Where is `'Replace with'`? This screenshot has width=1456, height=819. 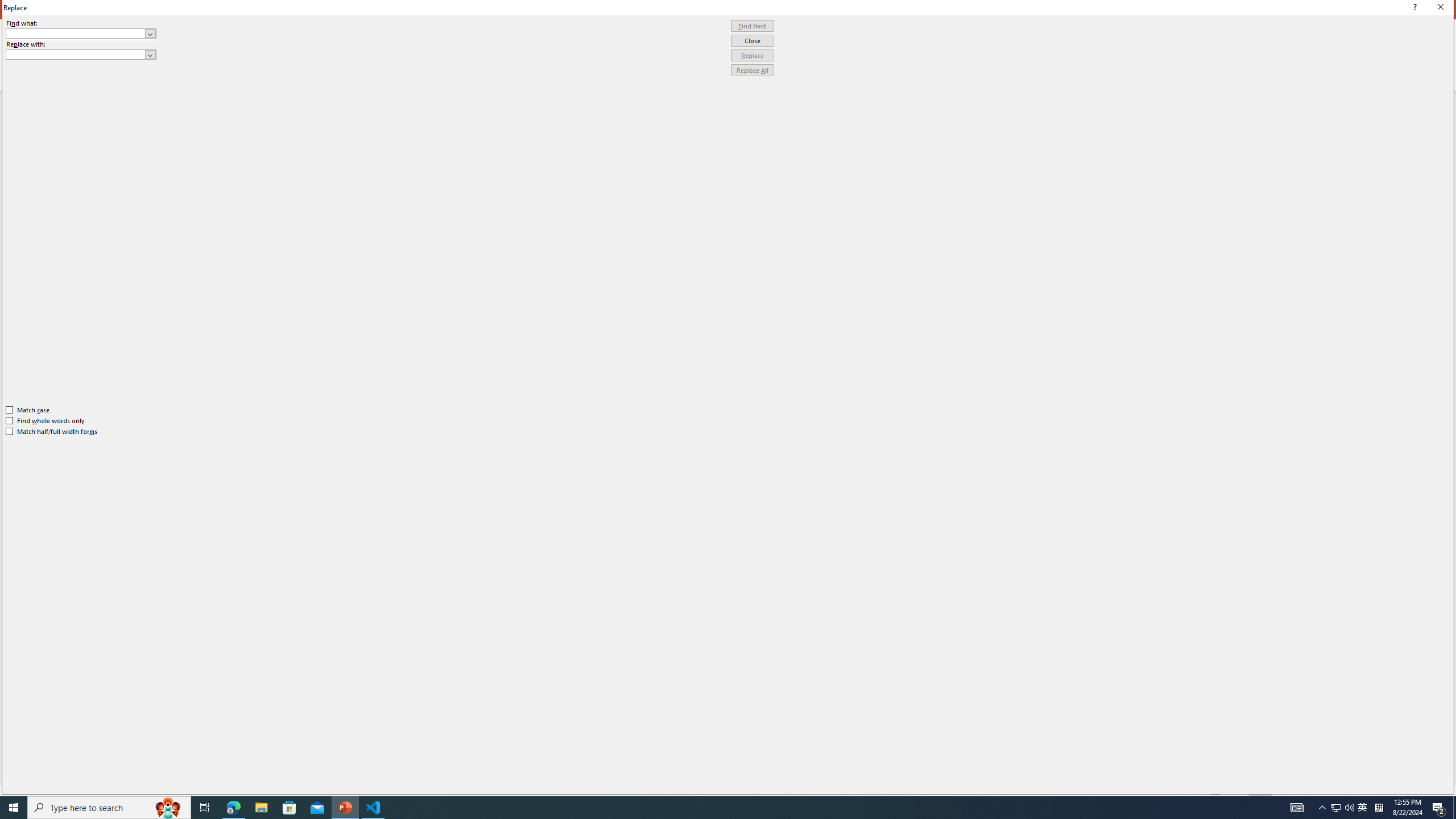
'Replace with' is located at coordinates (76, 54).